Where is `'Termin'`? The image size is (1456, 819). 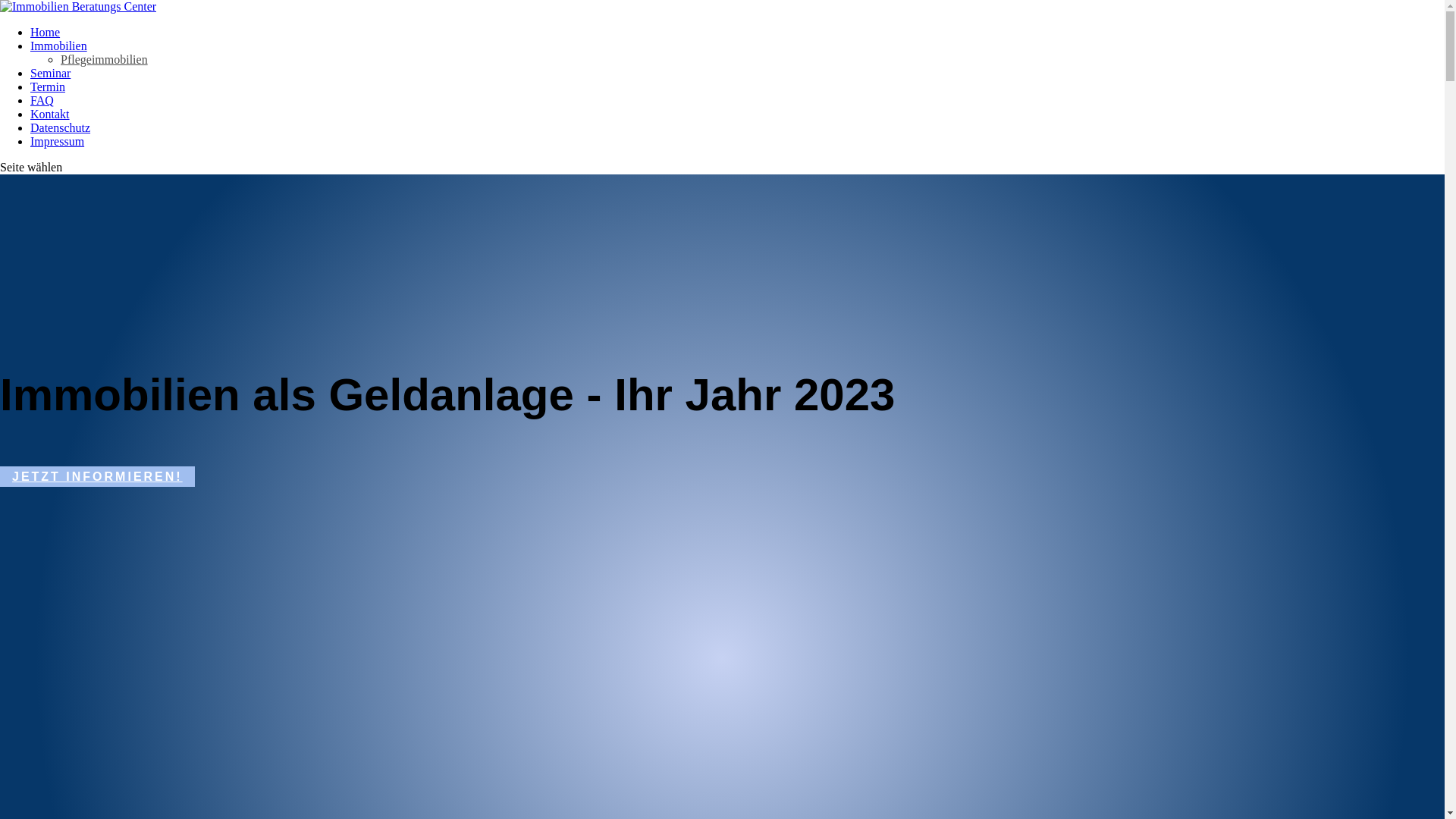 'Termin' is located at coordinates (47, 86).